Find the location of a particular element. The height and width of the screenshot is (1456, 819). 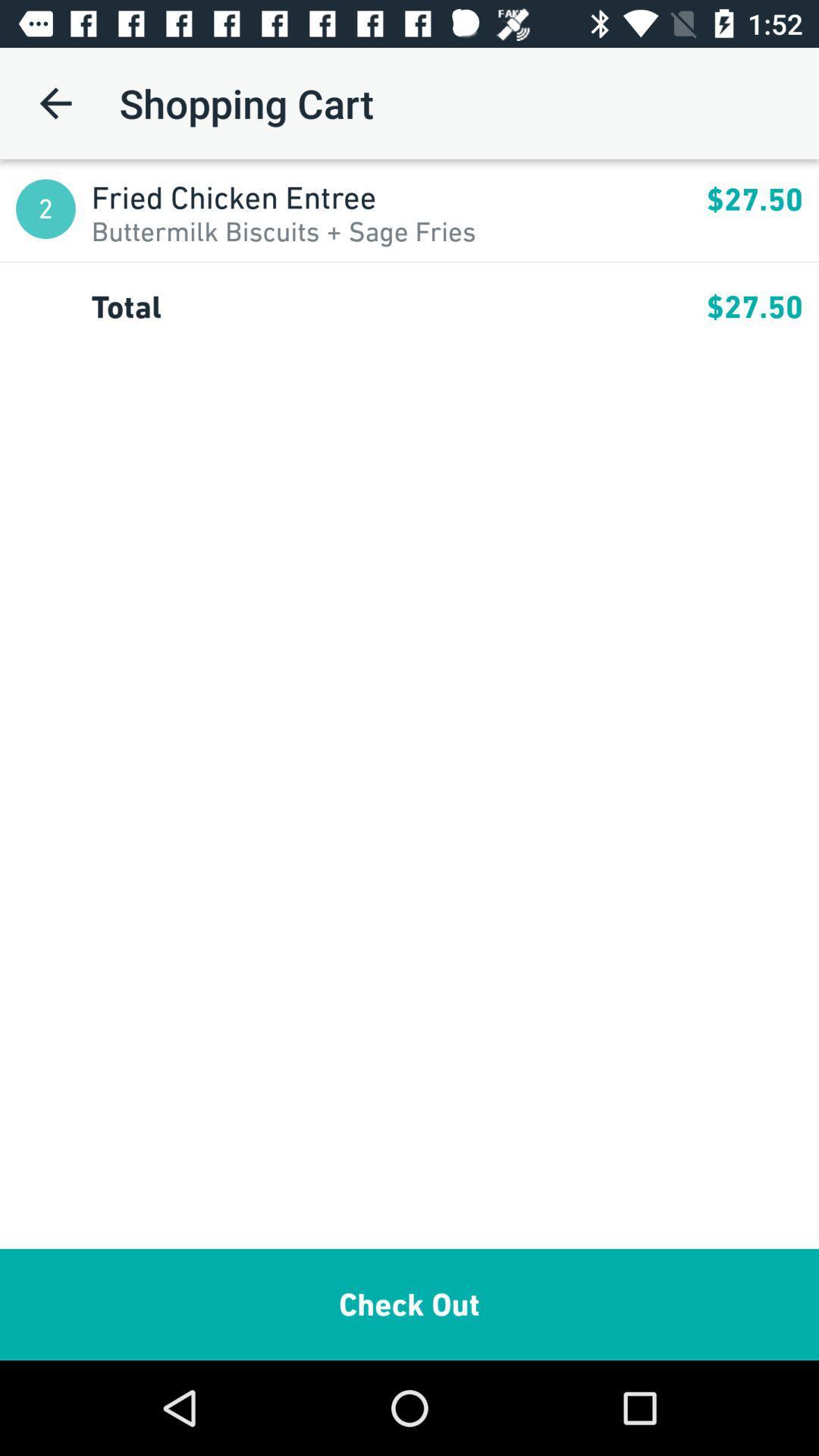

the fried chicken entree is located at coordinates (398, 196).